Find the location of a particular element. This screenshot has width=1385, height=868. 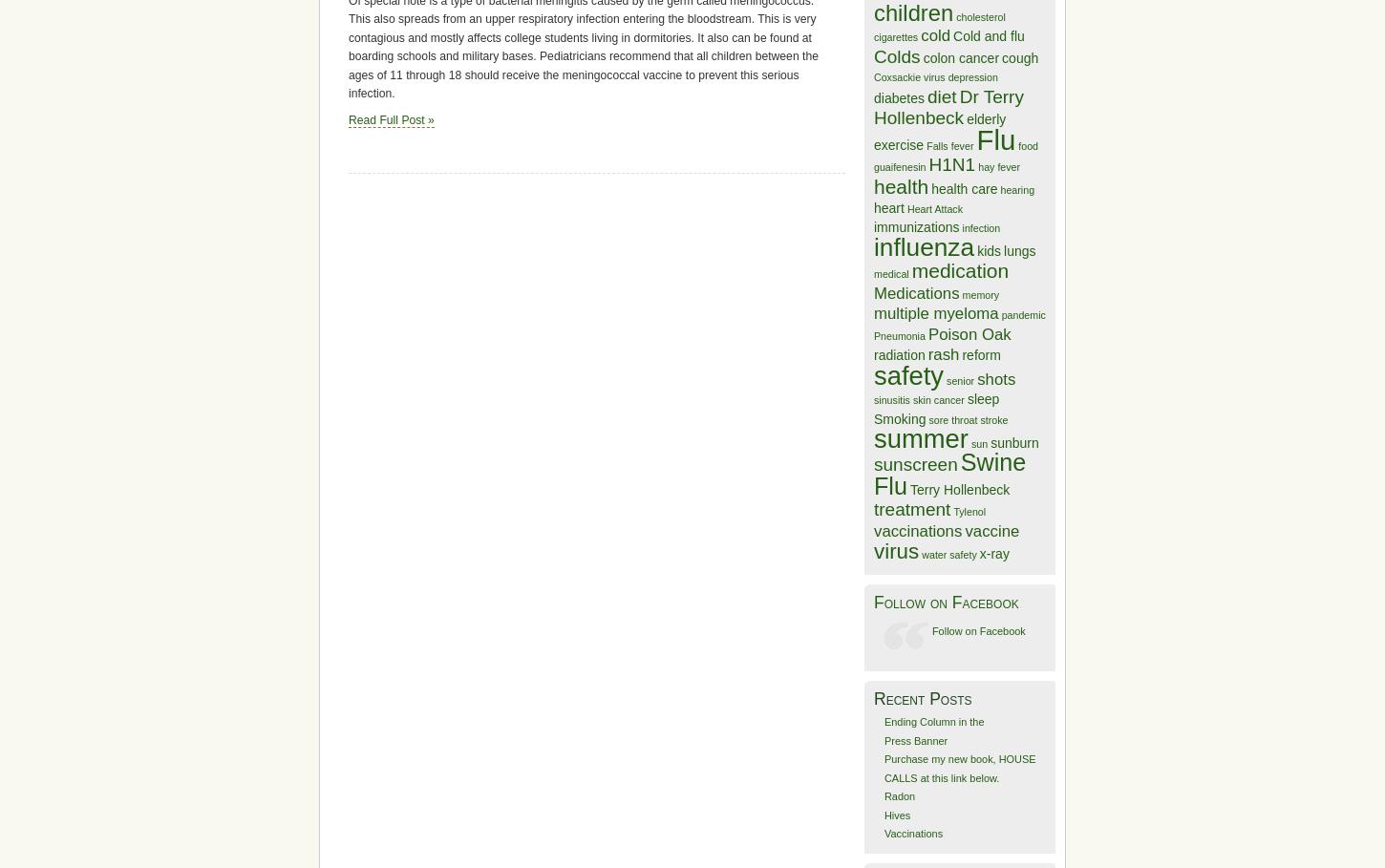

'Colds' is located at coordinates (896, 55).